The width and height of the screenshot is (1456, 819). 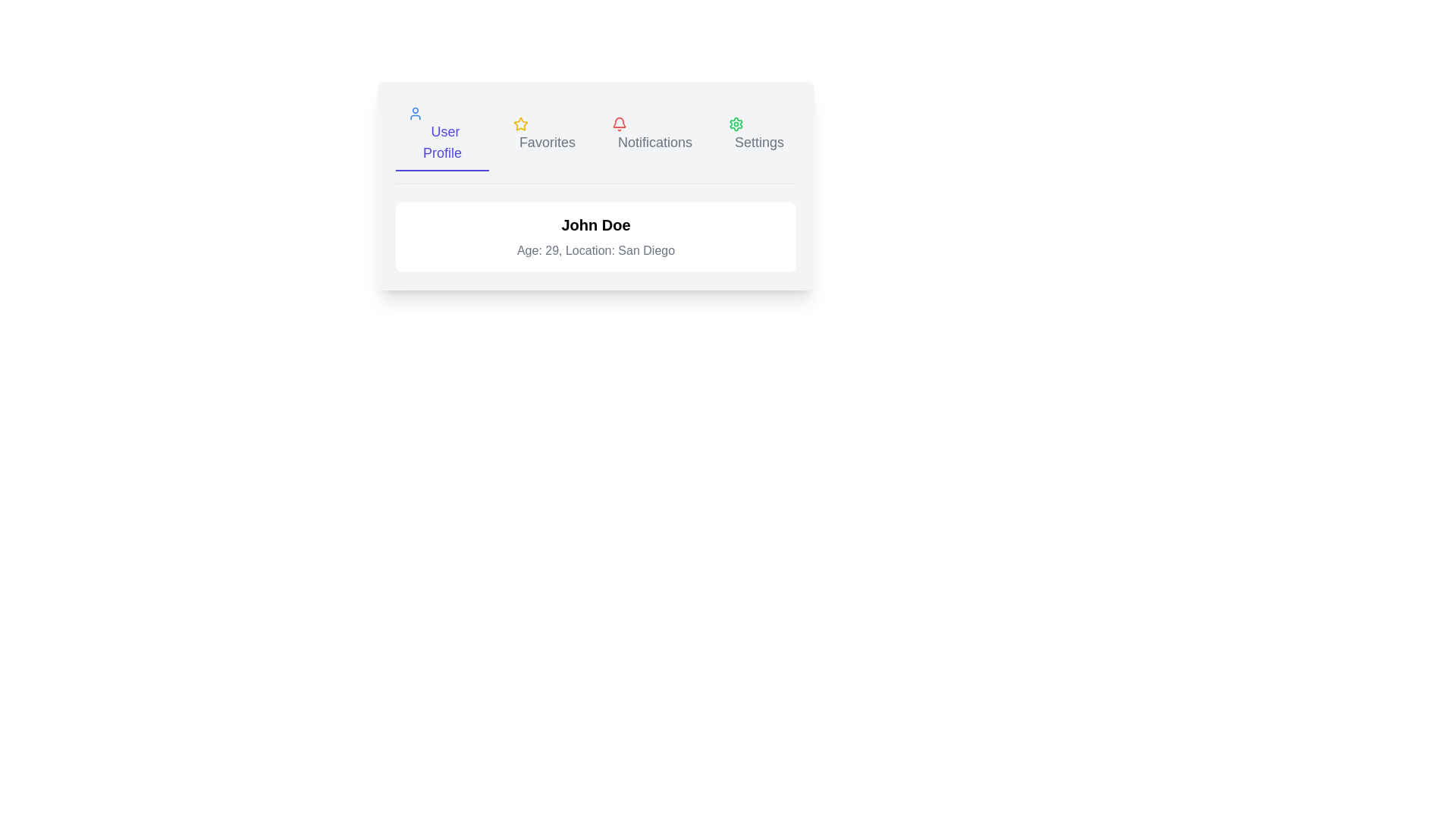 What do you see at coordinates (655, 143) in the screenshot?
I see `the text content of the 'Notifications' label in the navigation bar, which is styled with a gray font and positioned next to a bell icon` at bounding box center [655, 143].